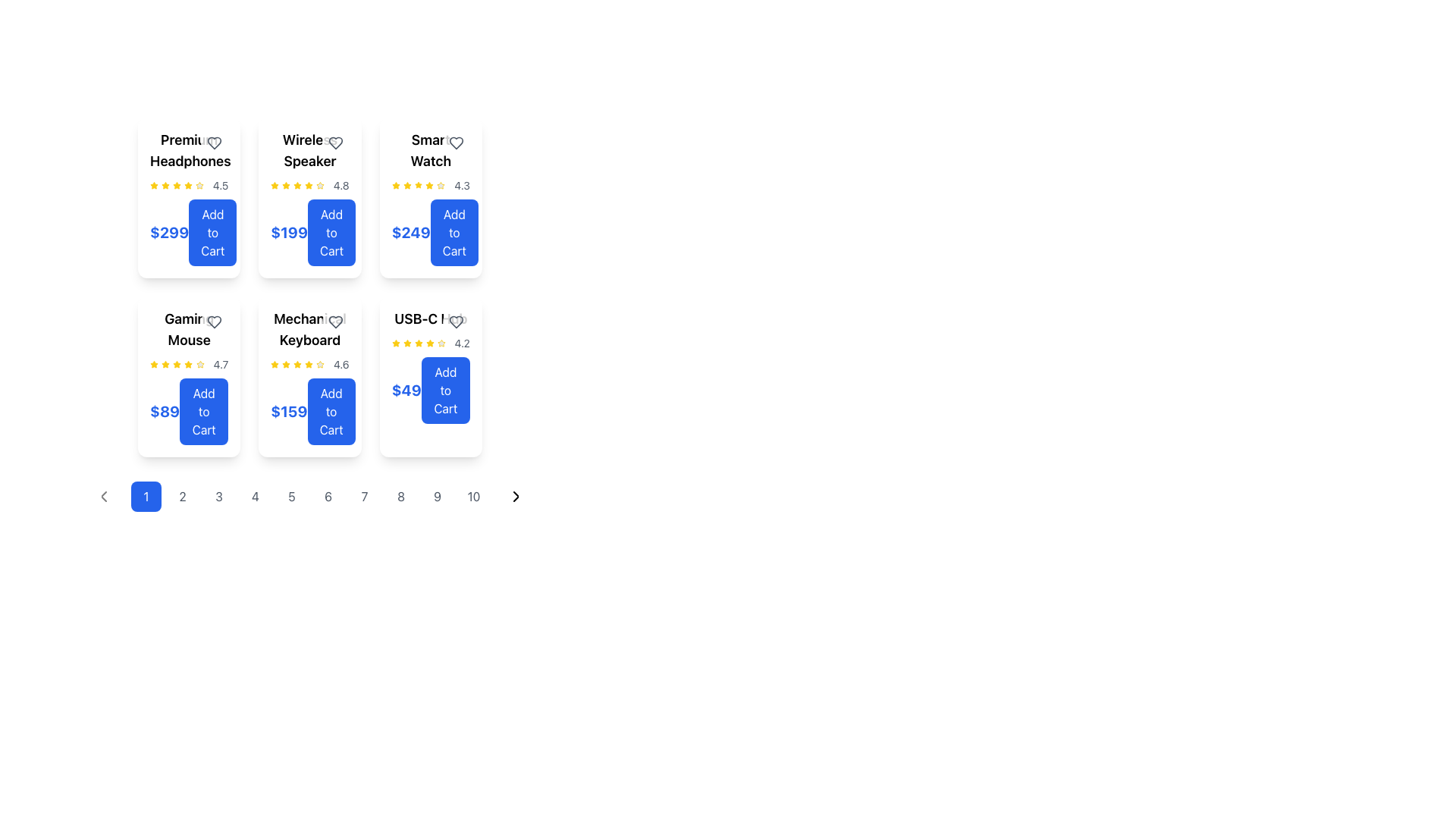 The image size is (1456, 819). Describe the element at coordinates (407, 185) in the screenshot. I see `the third filled star icon in the rating system for the item labeled 'Smart Watch' which visually represents a rating of '4.3'` at that location.